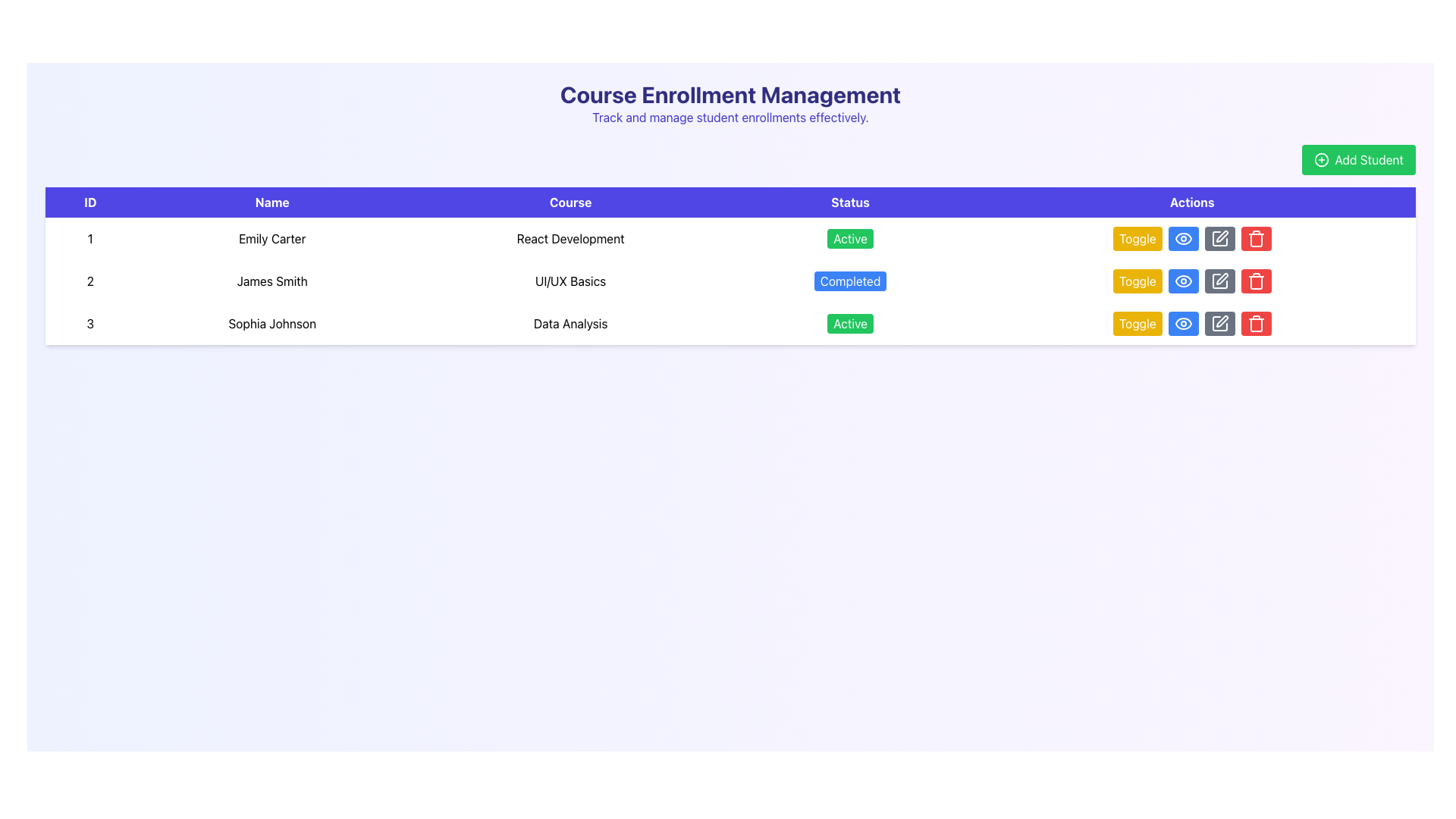 This screenshot has width=1456, height=819. What do you see at coordinates (730, 239) in the screenshot?
I see `details of the first row in the Course Enrollment Management table, which displays course enrollment details including ID, name, course, and status` at bounding box center [730, 239].